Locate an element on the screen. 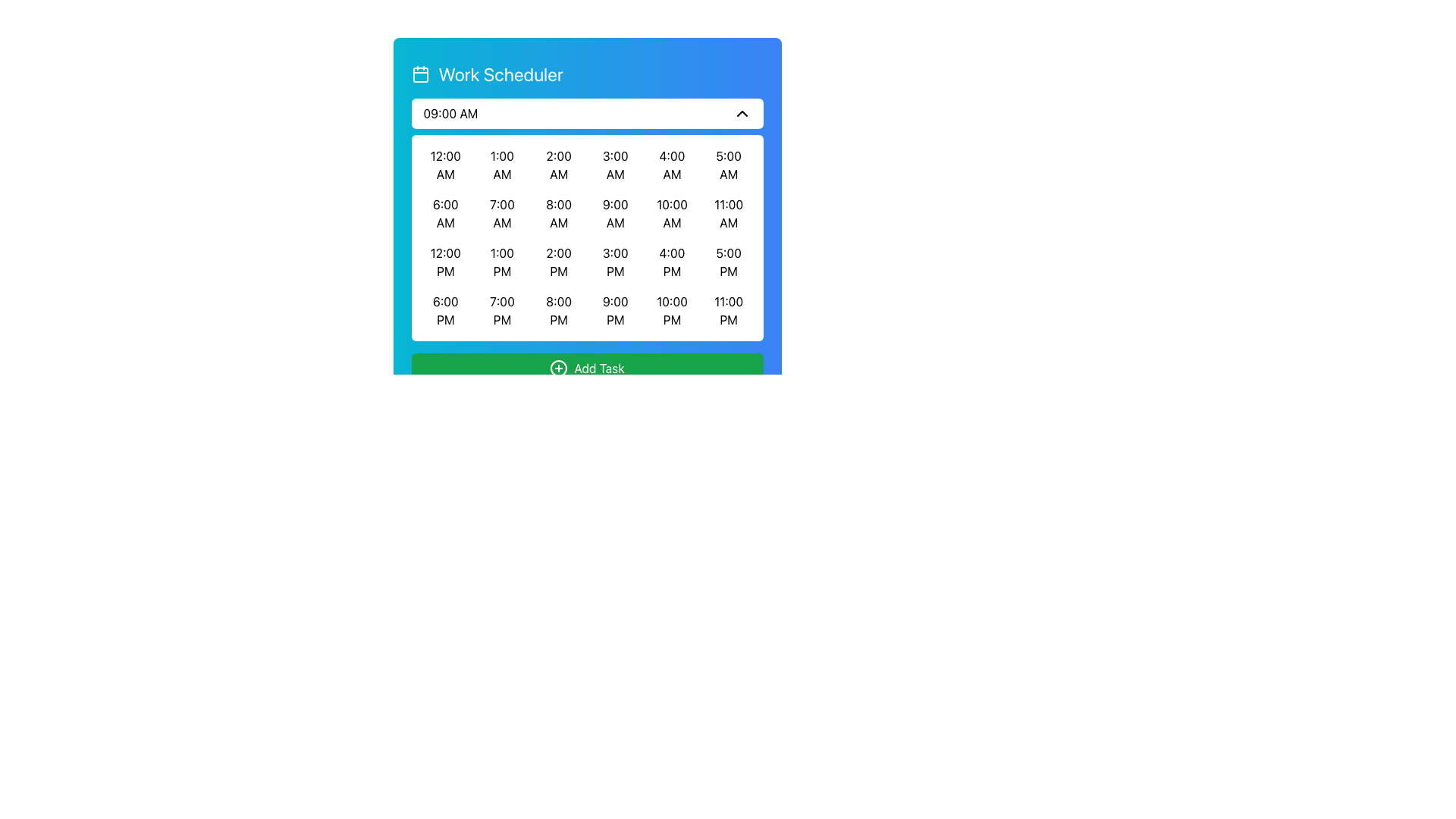 This screenshot has width=1456, height=819. the button labeled '12:00 PM' in the time selection interface is located at coordinates (444, 262).